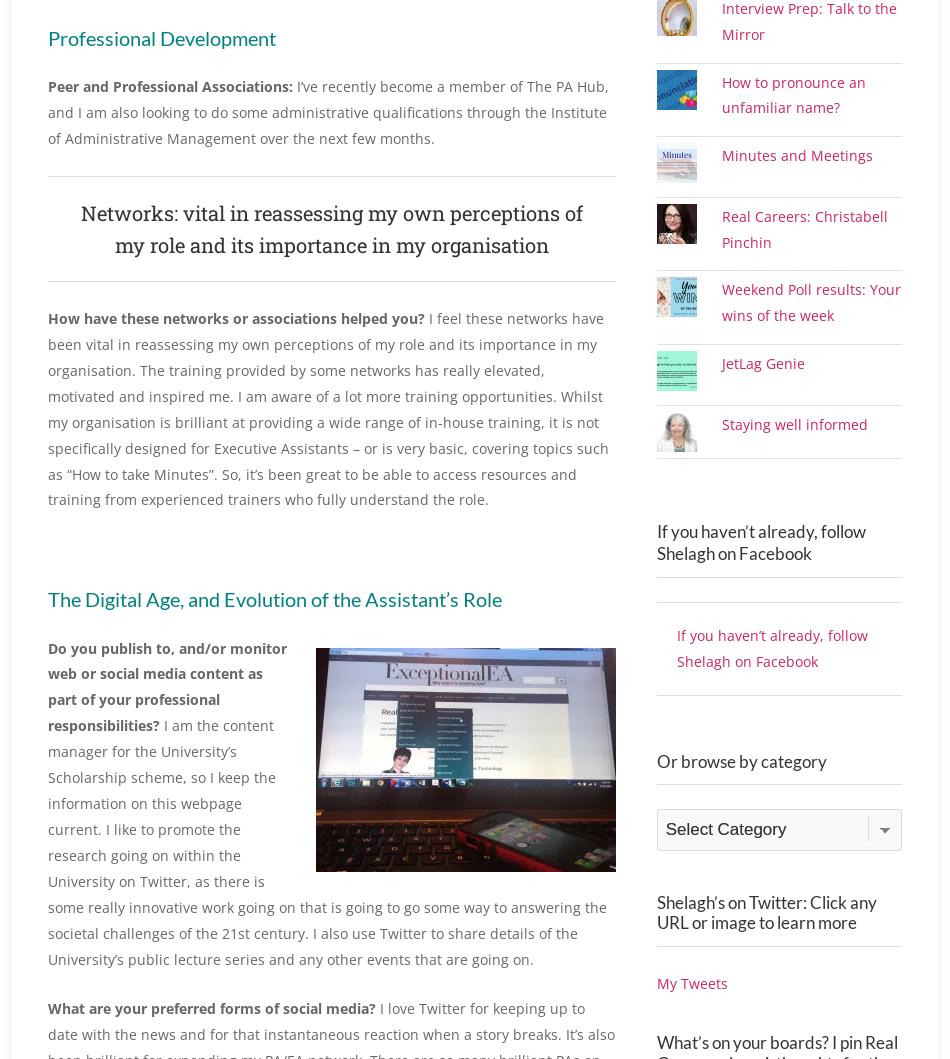 Image resolution: width=950 pixels, height=1059 pixels. What do you see at coordinates (793, 469) in the screenshot?
I see `'Staying well informed'` at bounding box center [793, 469].